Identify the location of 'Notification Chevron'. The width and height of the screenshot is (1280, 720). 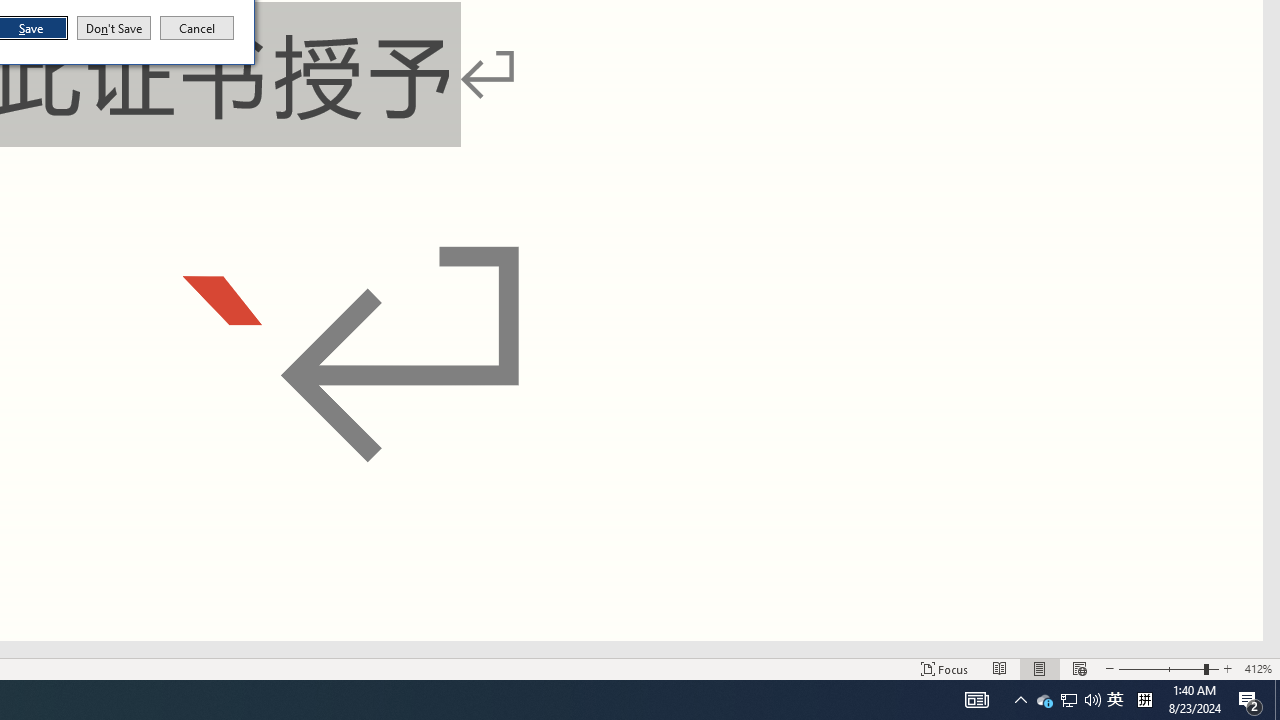
(1020, 698).